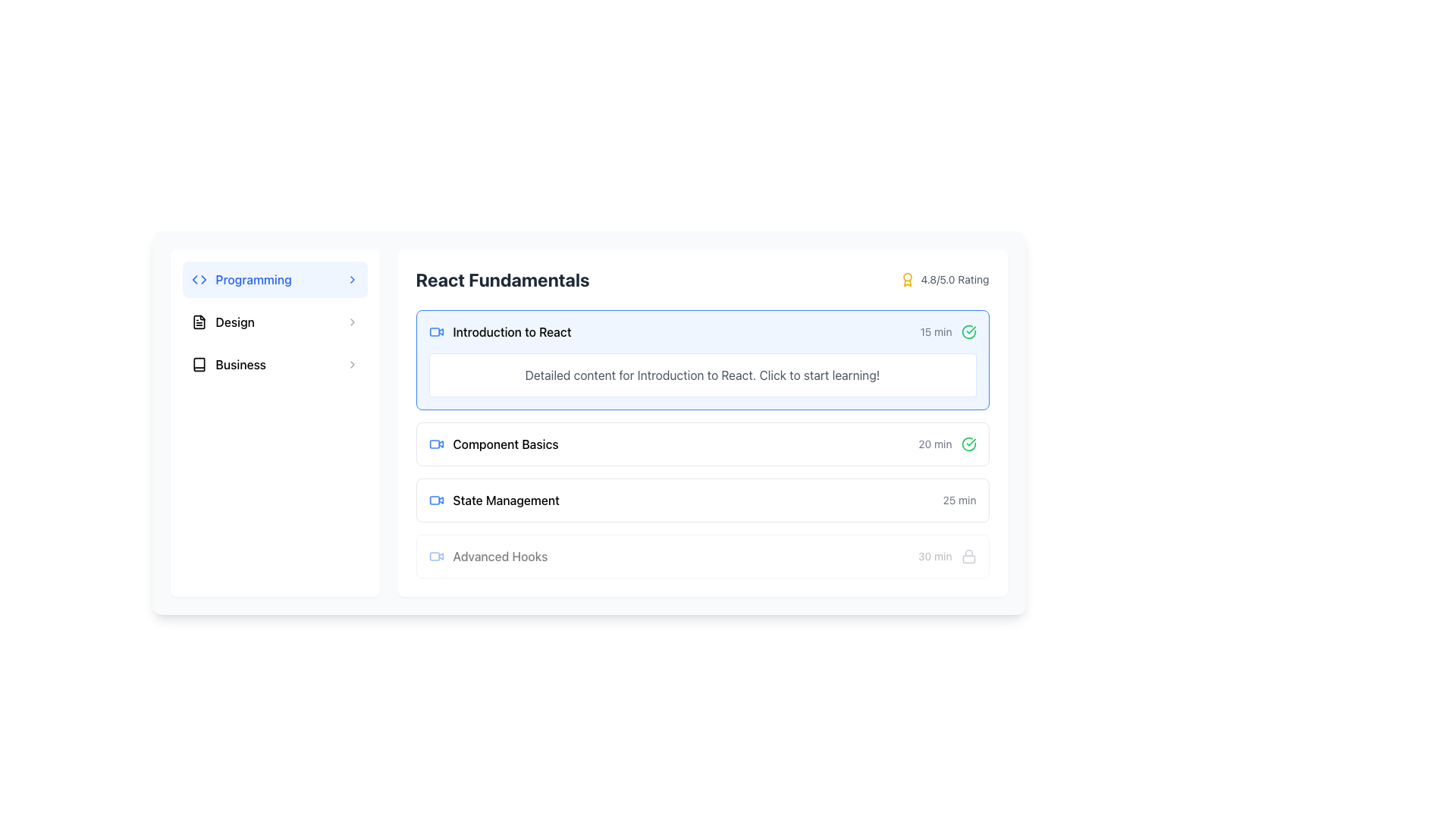  Describe the element at coordinates (506, 500) in the screenshot. I see `the Text Label that serves as a title for the lesson or topic within the 'React Fundamentals' section, which is the third item in a vertical list` at that location.